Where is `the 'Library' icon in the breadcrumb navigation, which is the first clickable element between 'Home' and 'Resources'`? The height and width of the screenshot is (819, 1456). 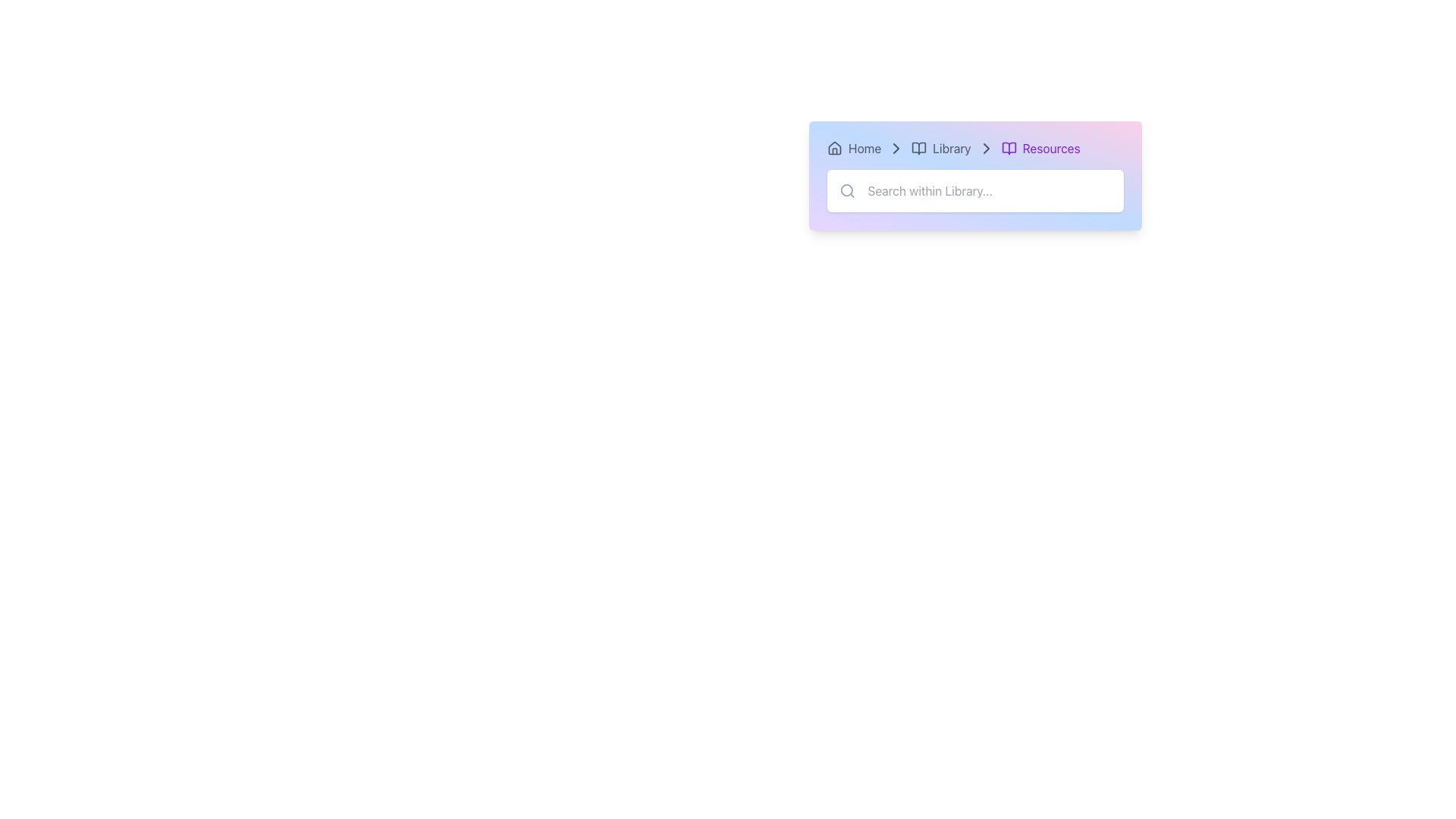
the 'Library' icon in the breadcrumb navigation, which is the first clickable element between 'Home' and 'Resources' is located at coordinates (918, 149).